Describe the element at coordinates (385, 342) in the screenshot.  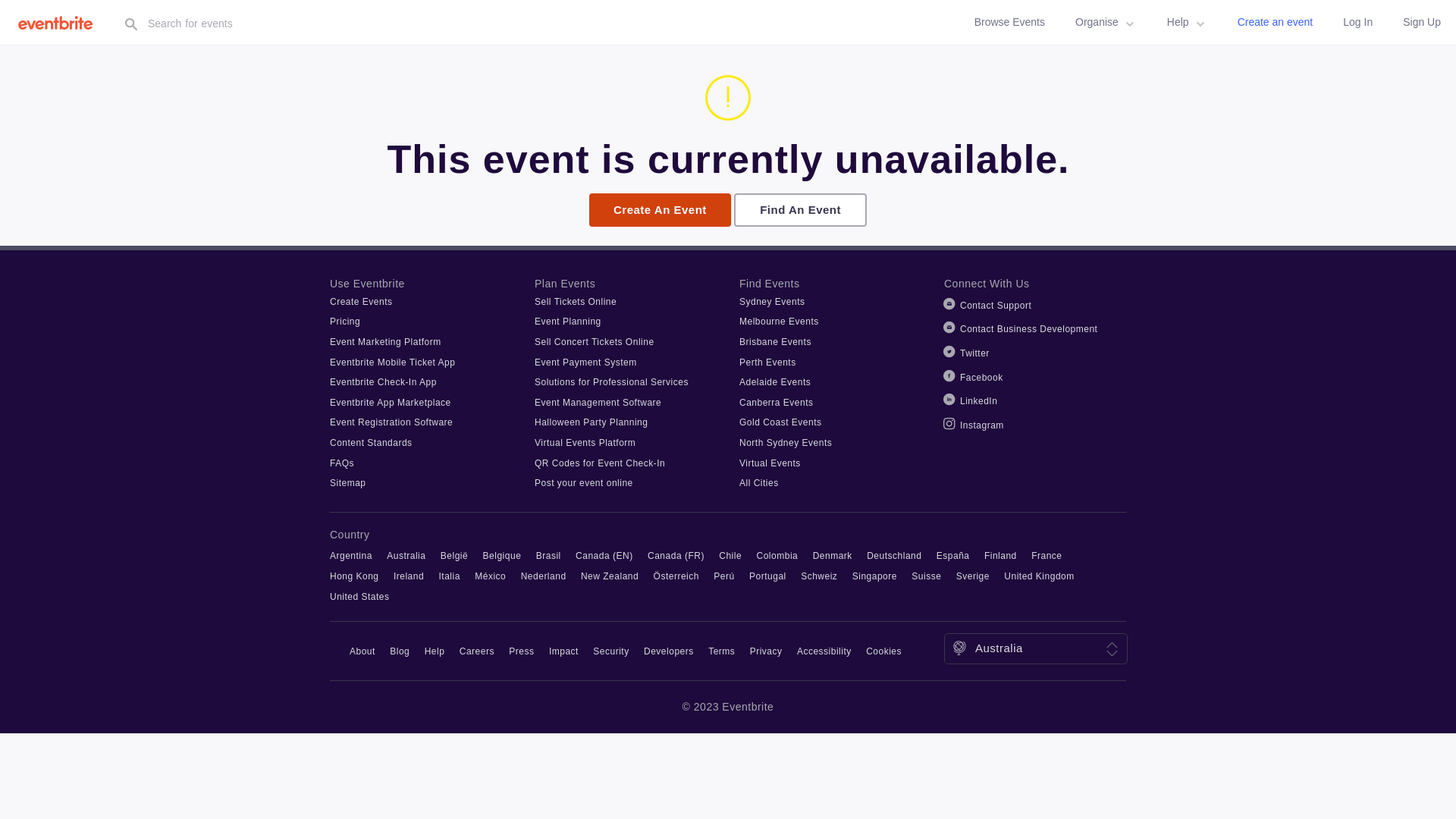
I see `'Event Marketing Platform'` at that location.